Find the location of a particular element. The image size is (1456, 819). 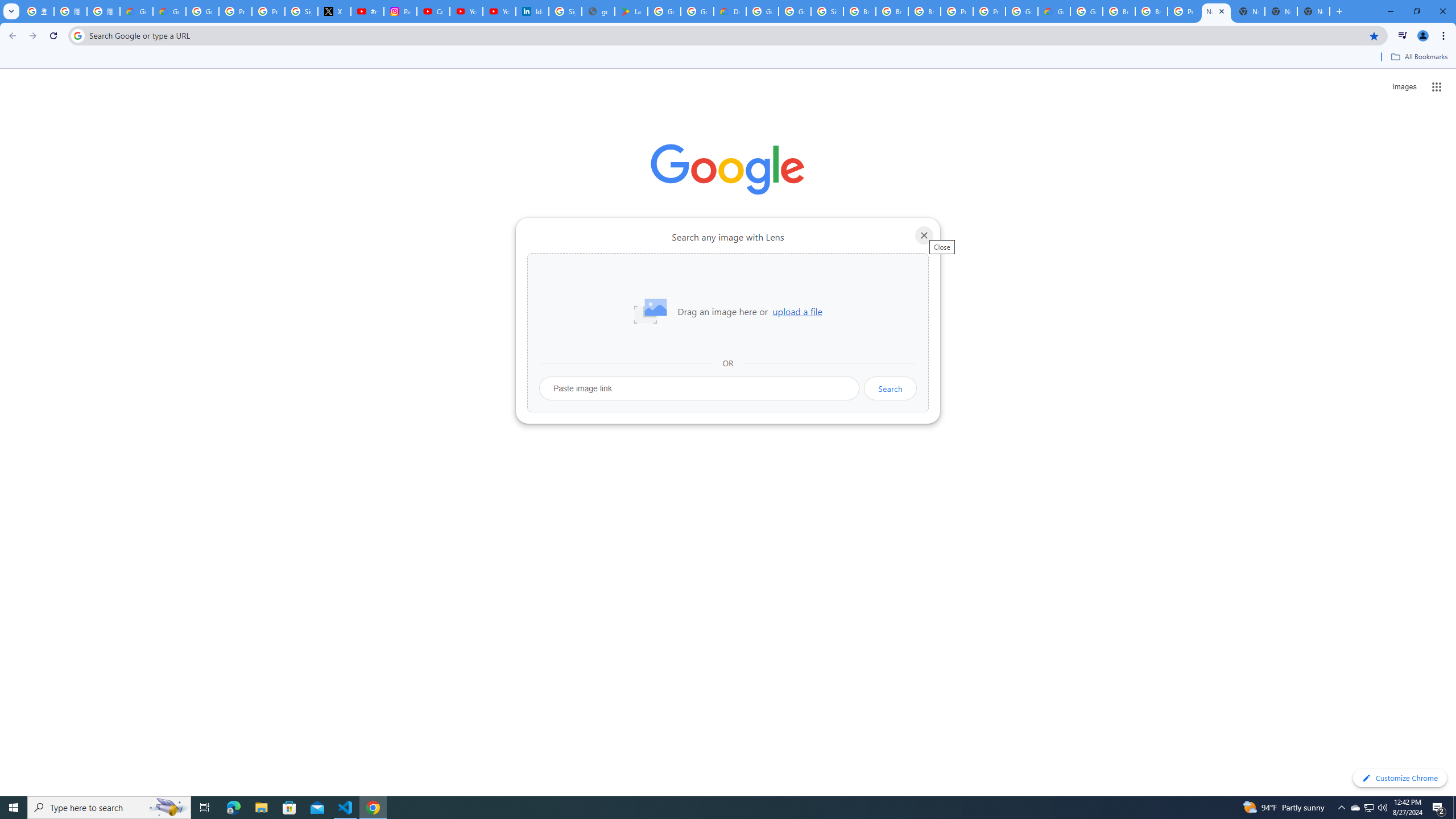

'Browse Chrome as a guest - Computer - Google Chrome Help' is located at coordinates (1150, 11).